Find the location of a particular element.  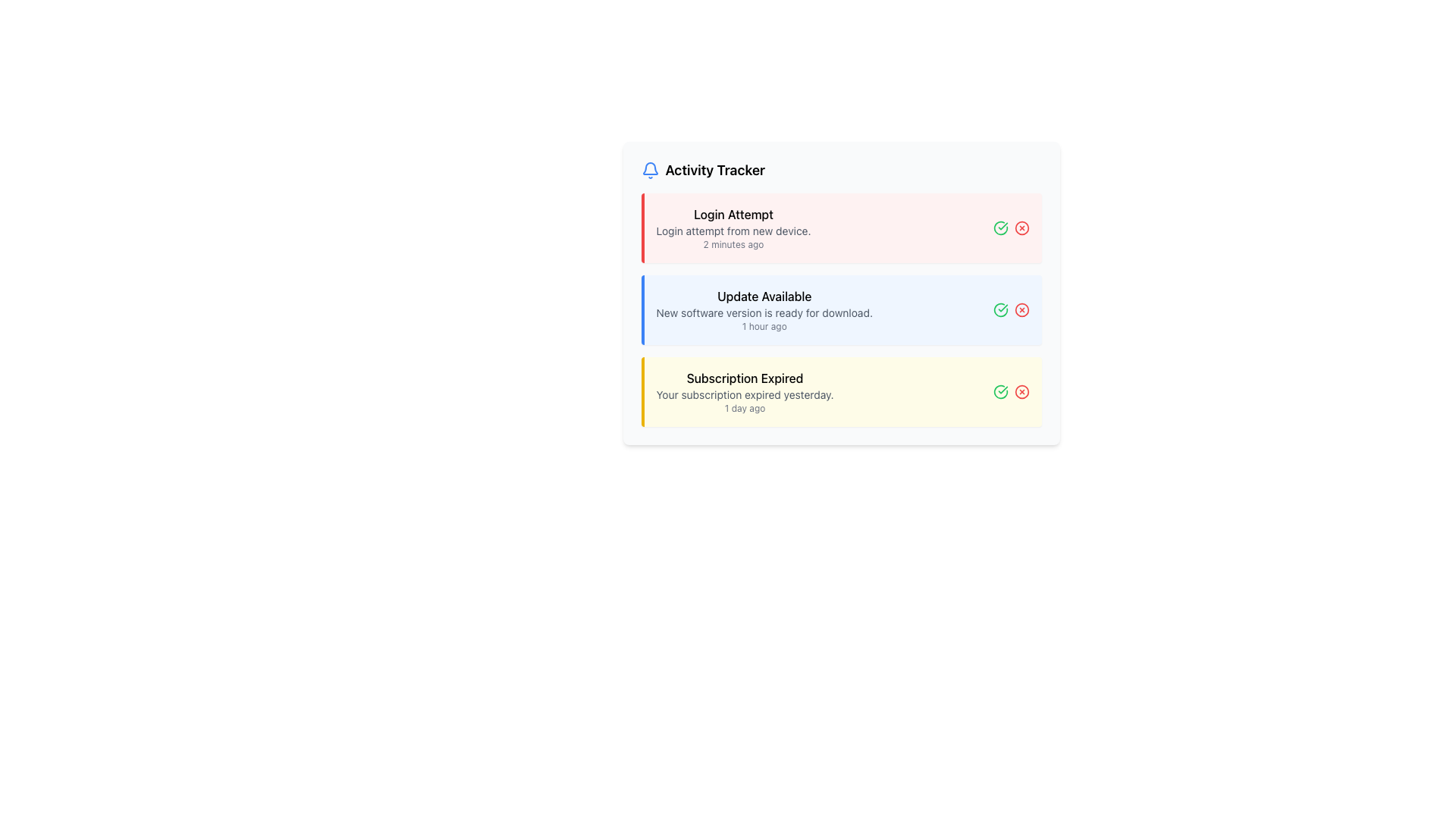

the clickable icon at the rightmost end of the horizontal row in the 'Subscription Expired' notification card is located at coordinates (1021, 391).